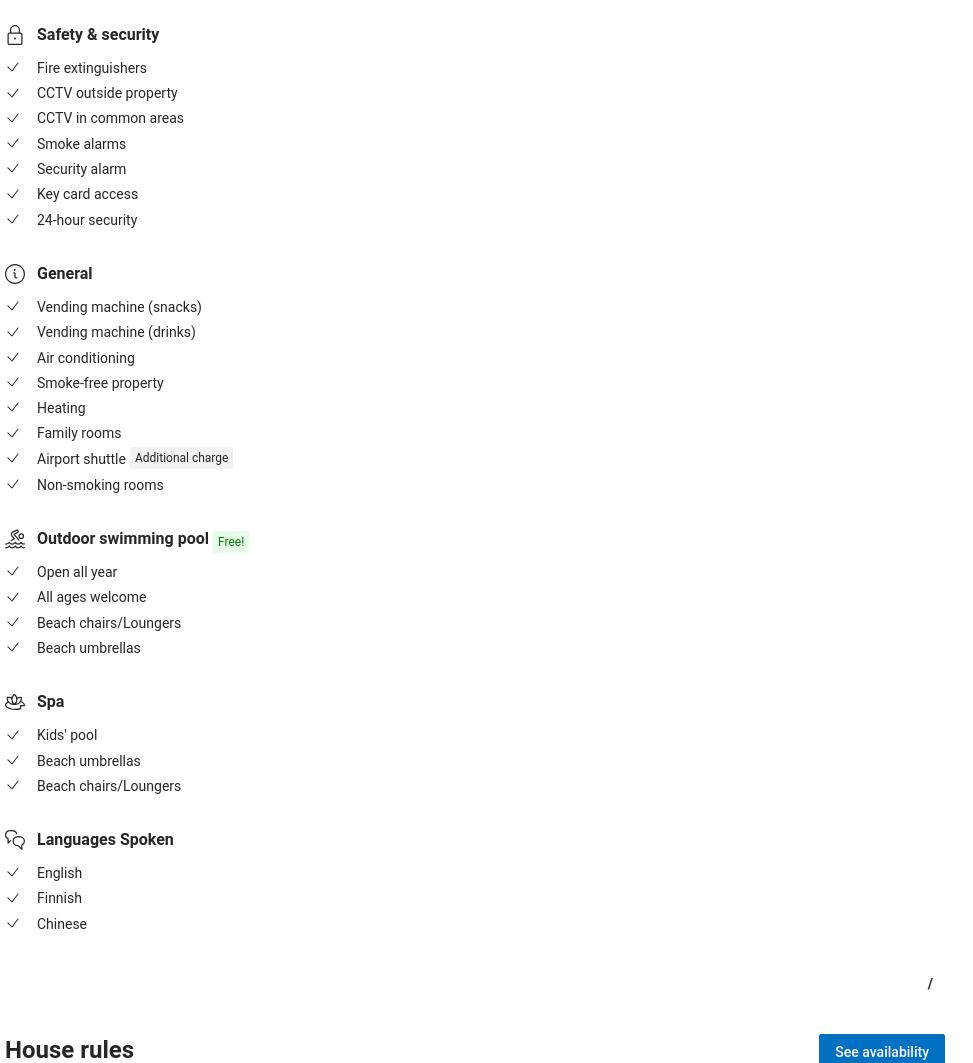  Describe the element at coordinates (80, 142) in the screenshot. I see `'Smoke alarms'` at that location.